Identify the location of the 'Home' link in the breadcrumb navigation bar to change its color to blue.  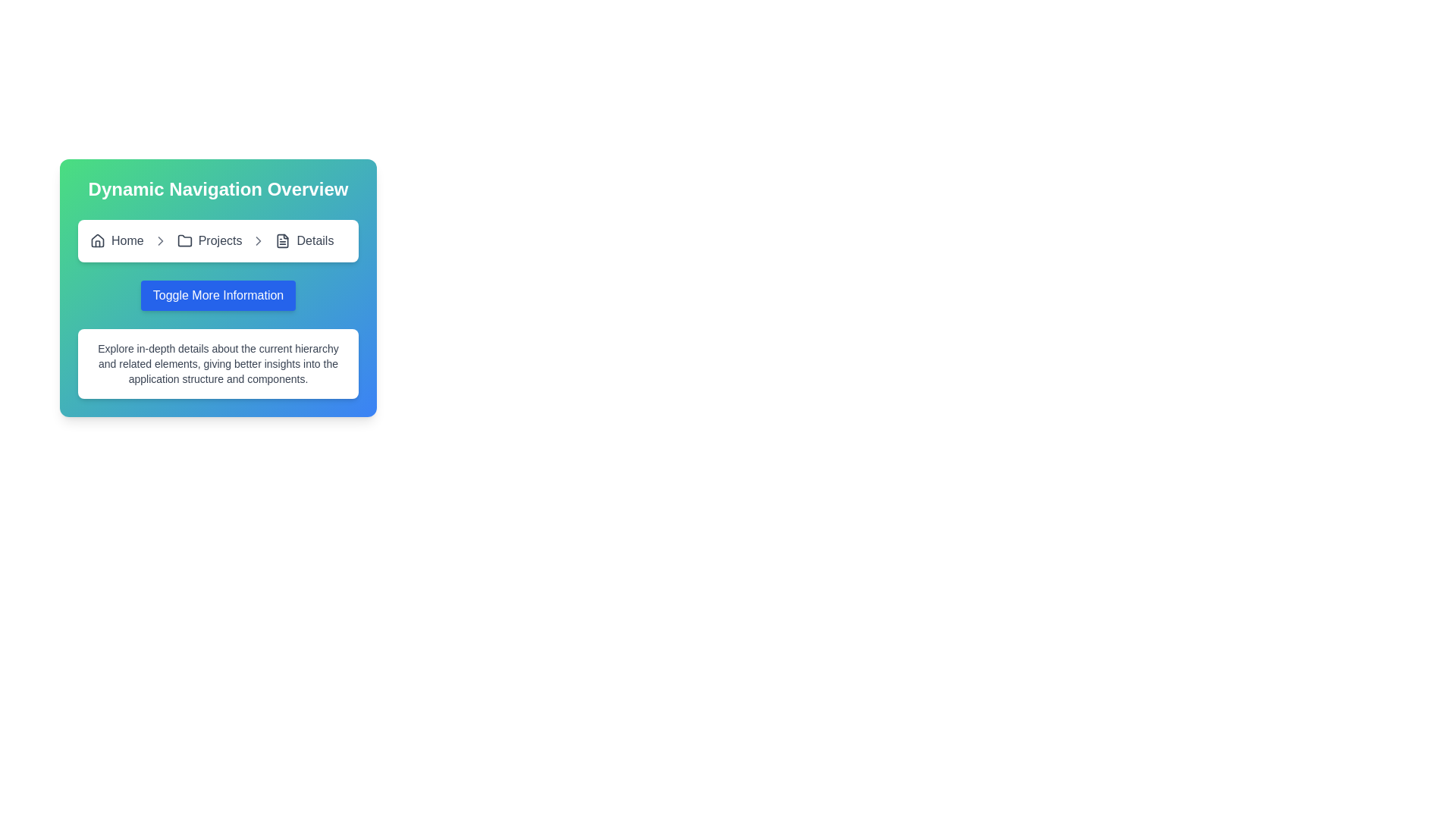
(116, 240).